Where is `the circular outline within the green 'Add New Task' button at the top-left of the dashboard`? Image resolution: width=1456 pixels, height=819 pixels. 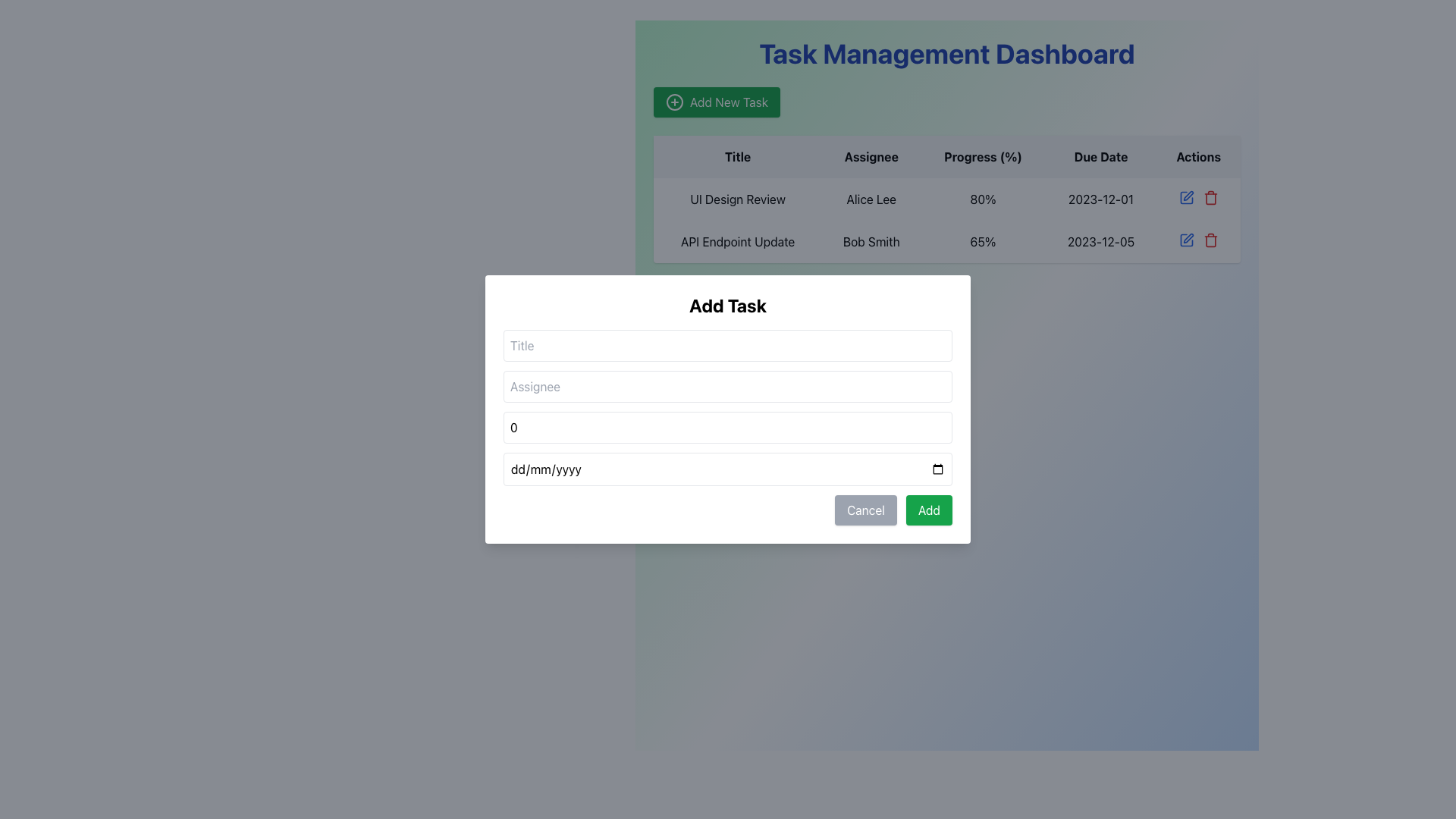 the circular outline within the green 'Add New Task' button at the top-left of the dashboard is located at coordinates (673, 102).